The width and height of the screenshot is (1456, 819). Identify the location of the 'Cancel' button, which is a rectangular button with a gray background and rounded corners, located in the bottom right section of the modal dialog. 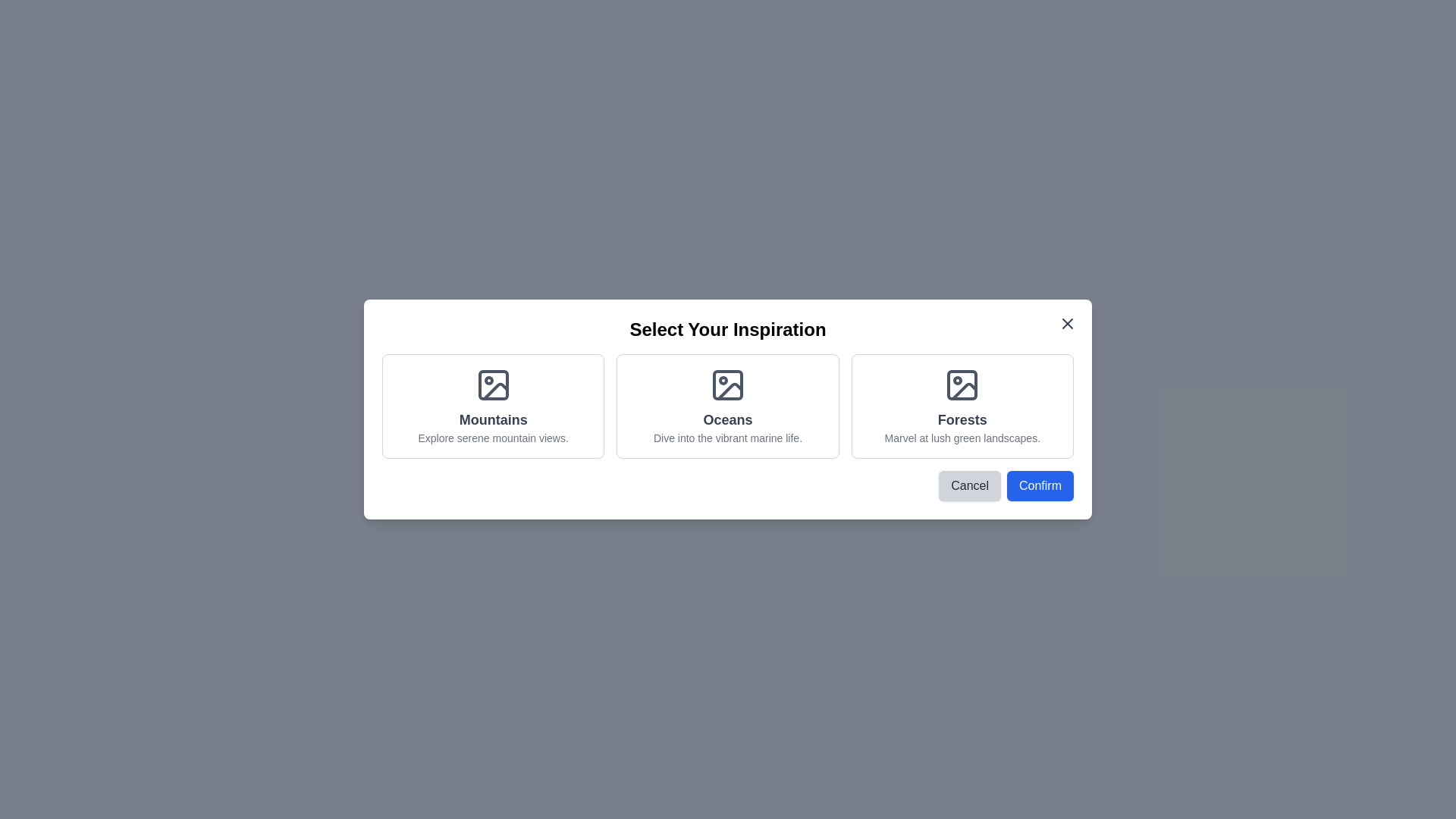
(969, 485).